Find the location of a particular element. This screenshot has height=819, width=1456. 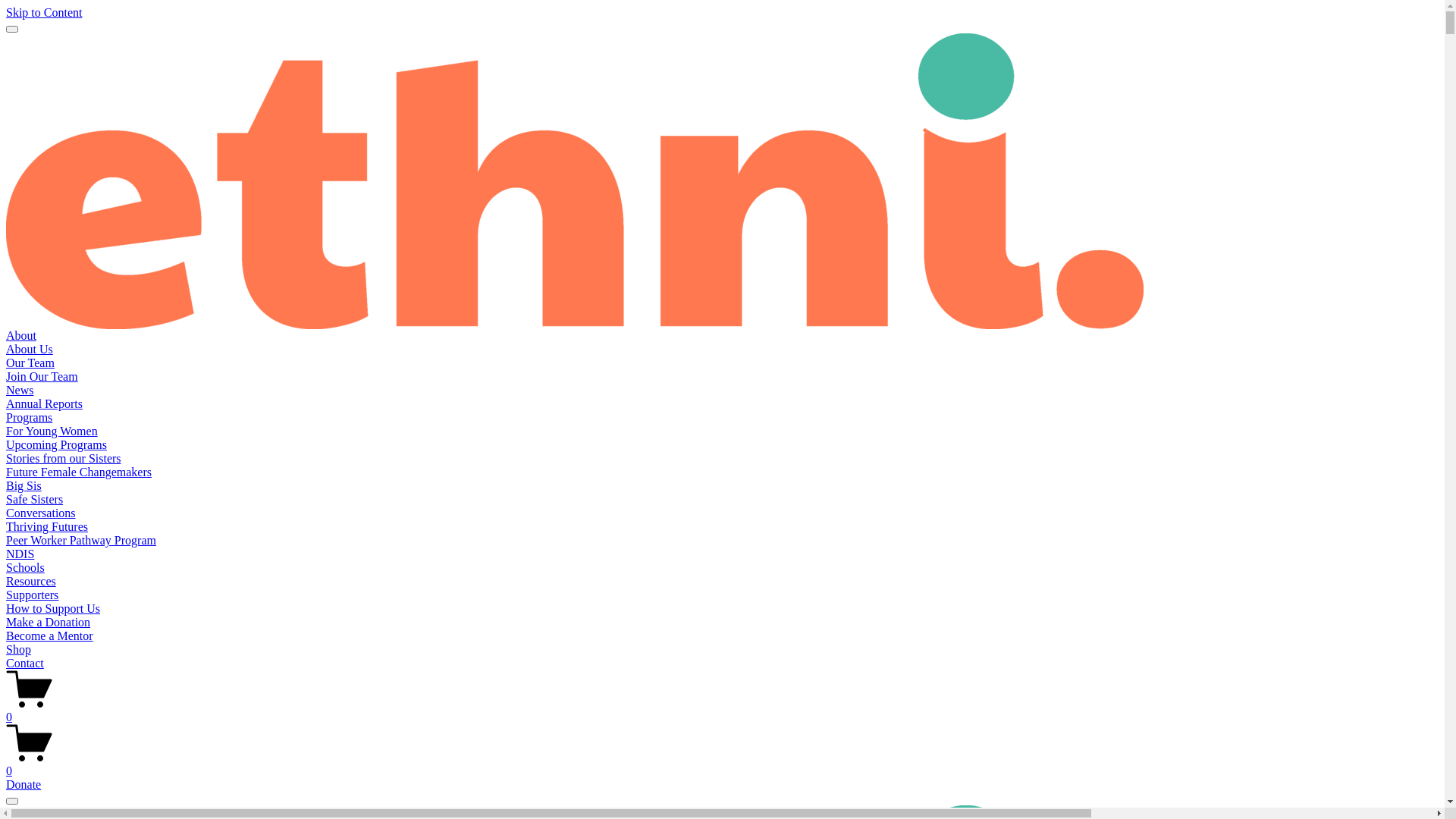

'Programs' is located at coordinates (29, 417).